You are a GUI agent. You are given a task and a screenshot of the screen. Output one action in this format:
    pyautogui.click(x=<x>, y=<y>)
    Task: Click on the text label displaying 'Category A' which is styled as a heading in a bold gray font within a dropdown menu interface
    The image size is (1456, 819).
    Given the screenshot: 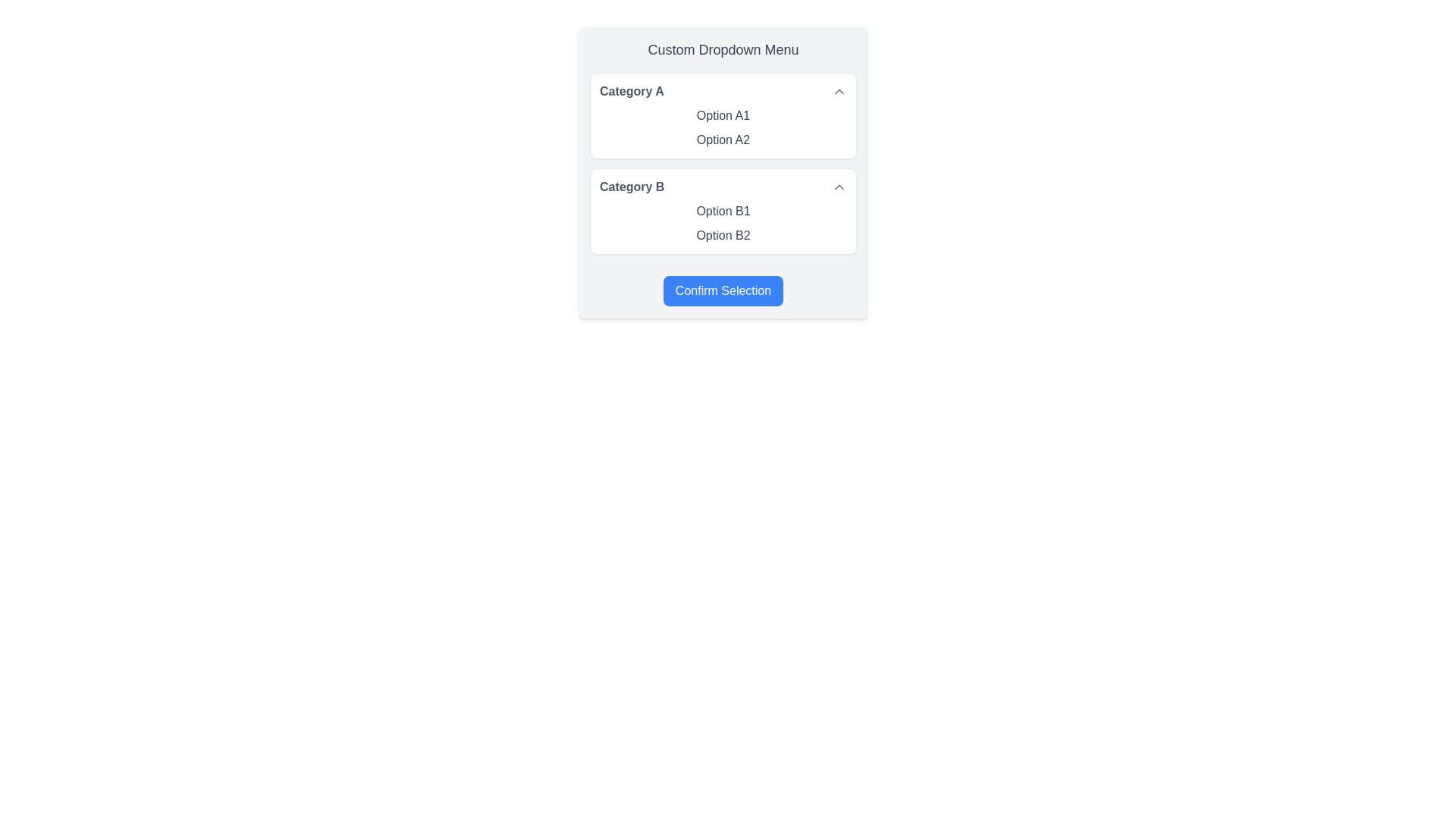 What is the action you would take?
    pyautogui.click(x=632, y=91)
    